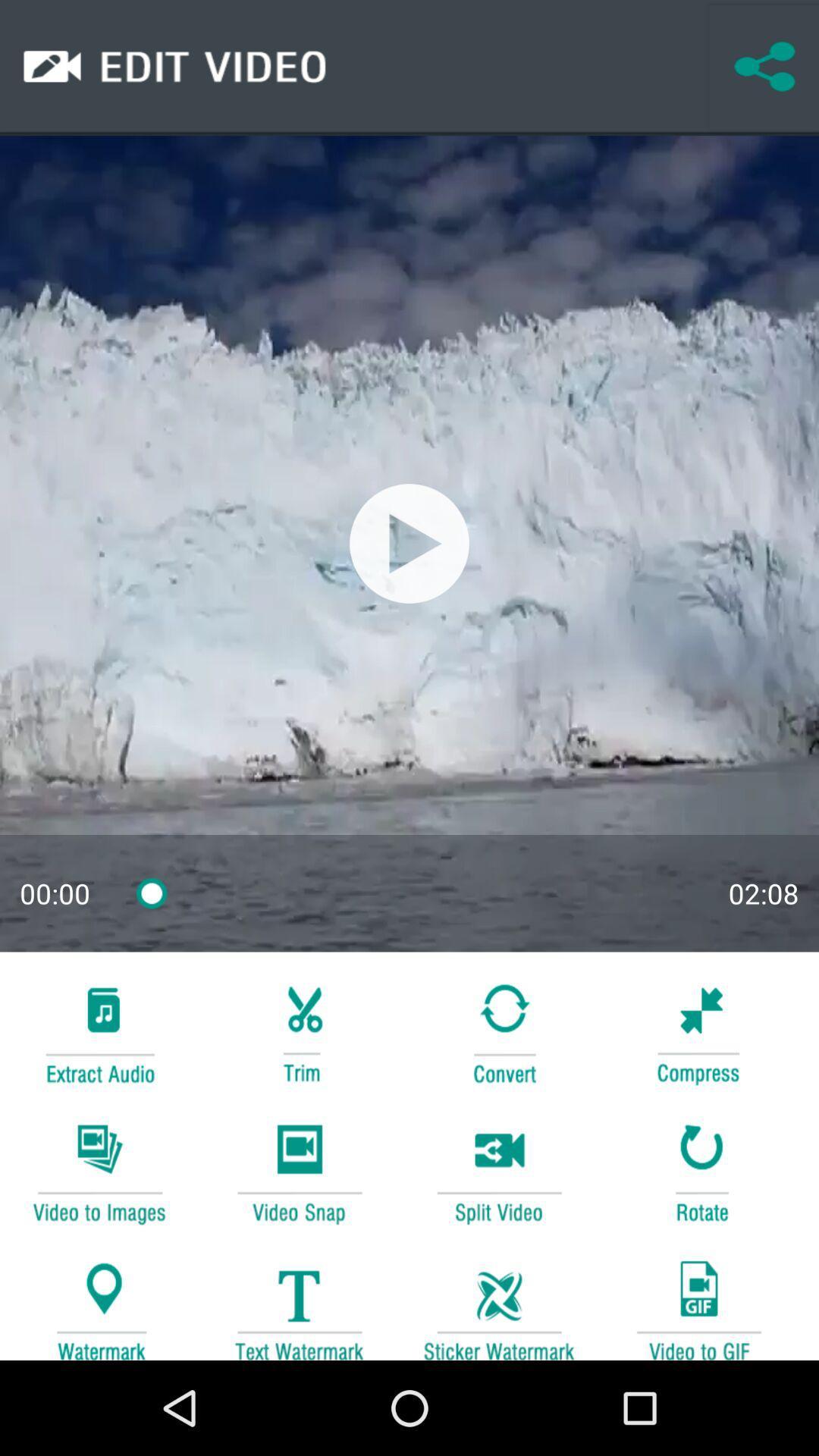 This screenshot has height=1456, width=819. What do you see at coordinates (499, 1031) in the screenshot?
I see `convert video` at bounding box center [499, 1031].